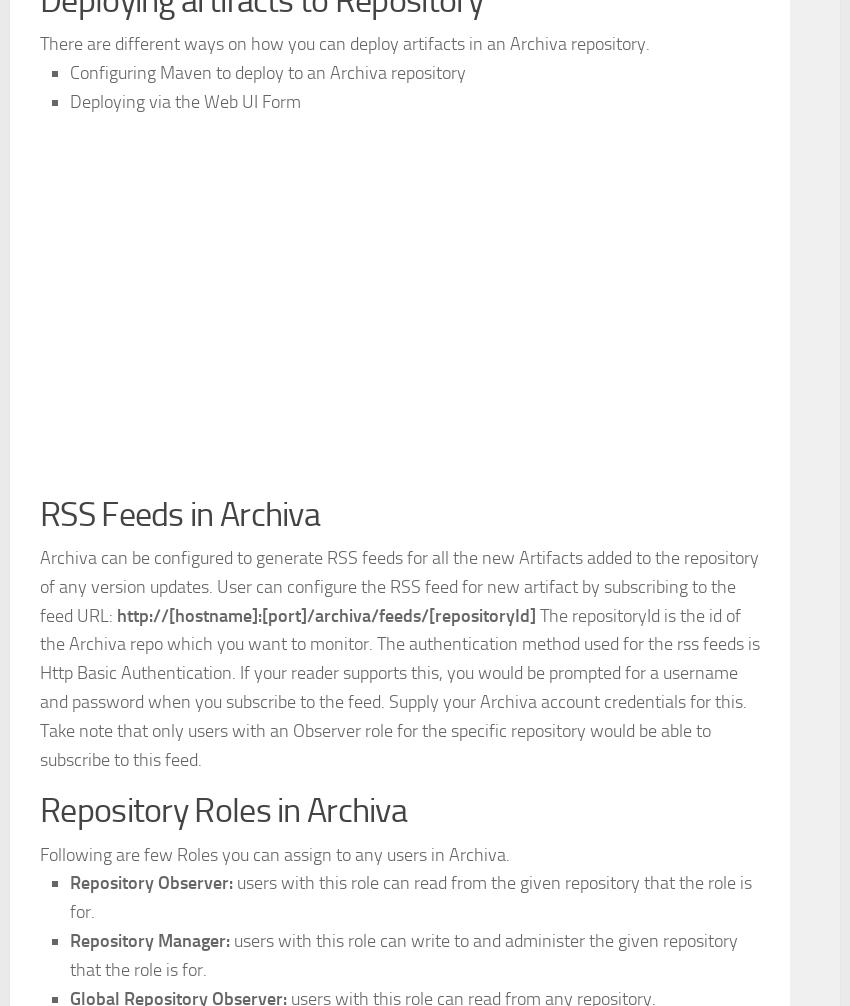 The height and width of the screenshot is (1006, 850). What do you see at coordinates (70, 205) in the screenshot?
I see `'settings'` at bounding box center [70, 205].